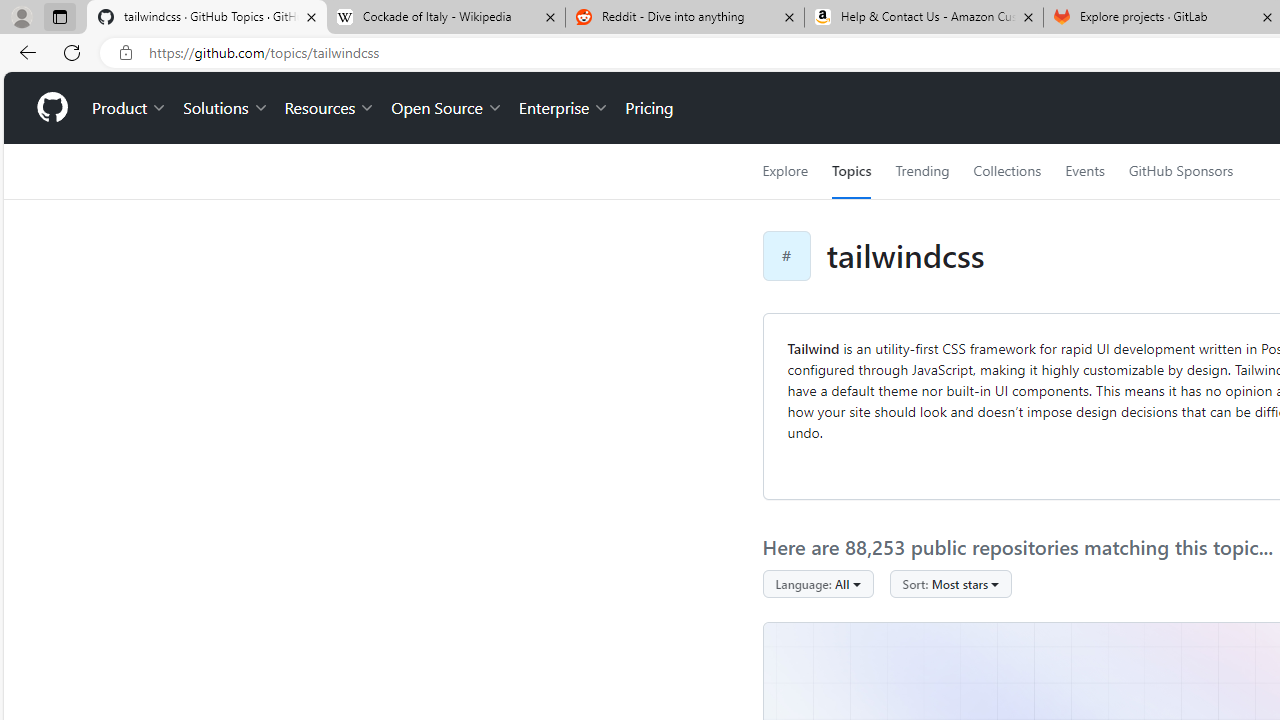 This screenshot has height=720, width=1280. I want to click on 'Language: All', so click(817, 584).